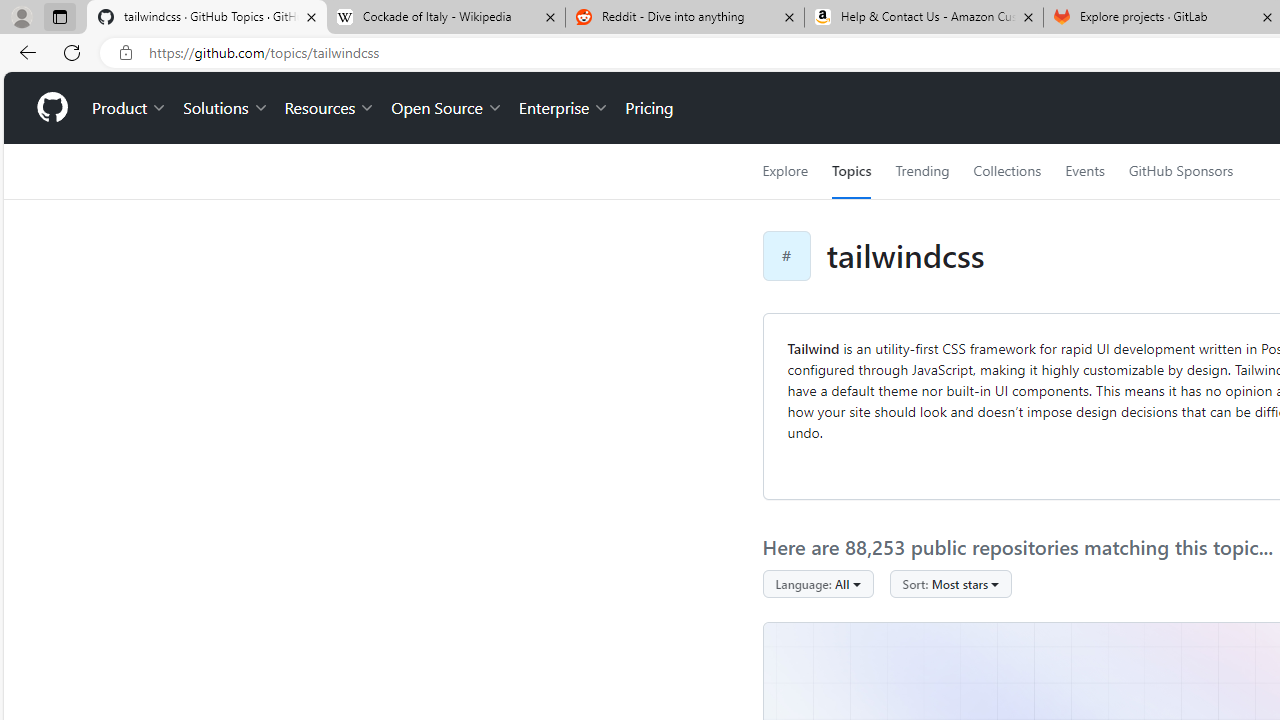 This screenshot has height=720, width=1280. I want to click on 'Language: All', so click(817, 584).